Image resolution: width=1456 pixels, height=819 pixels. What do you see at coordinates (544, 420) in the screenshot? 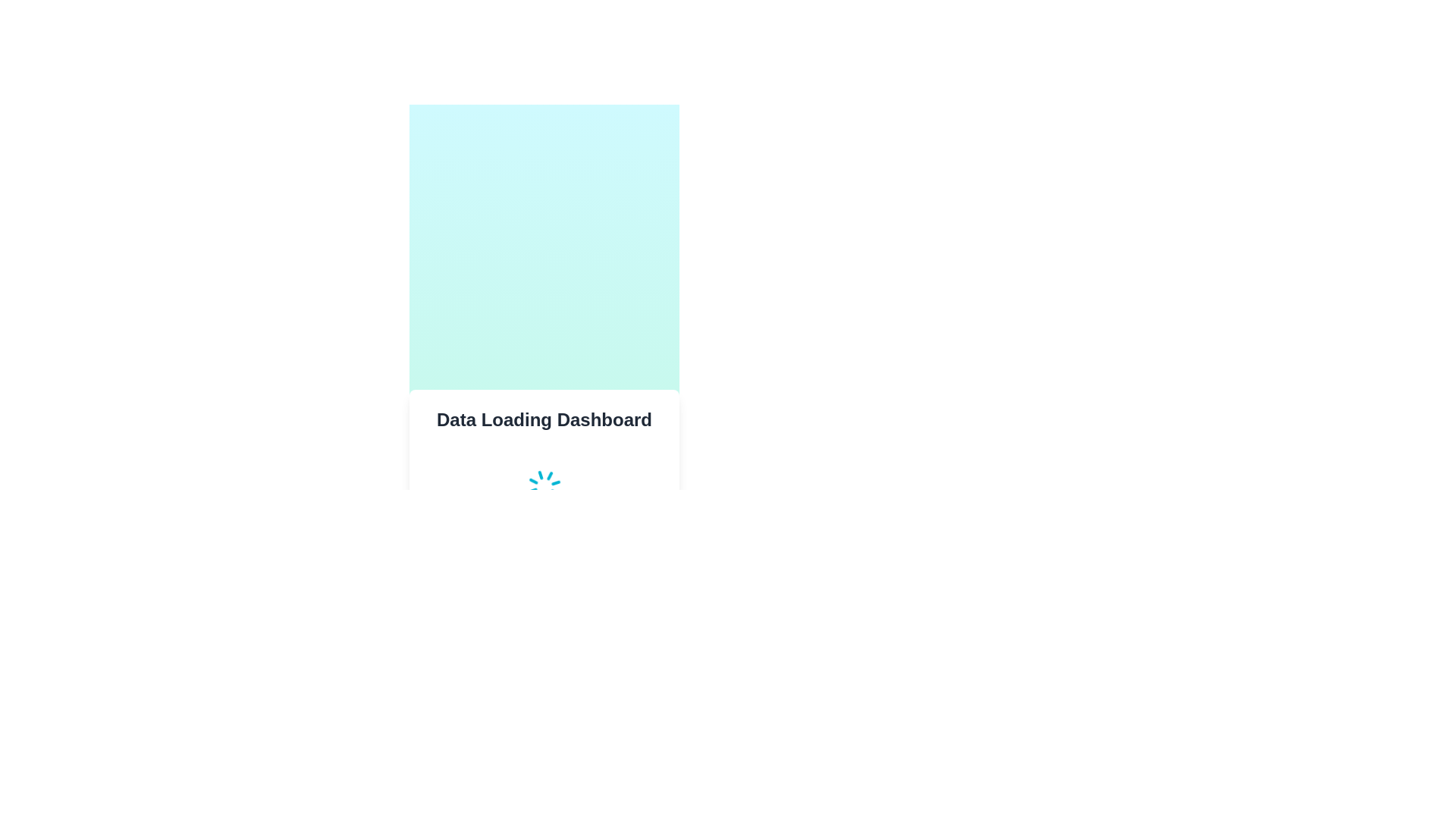
I see `the header Text Label located at the top of the white card-like section, which indicates the purpose of the dashboard area` at bounding box center [544, 420].